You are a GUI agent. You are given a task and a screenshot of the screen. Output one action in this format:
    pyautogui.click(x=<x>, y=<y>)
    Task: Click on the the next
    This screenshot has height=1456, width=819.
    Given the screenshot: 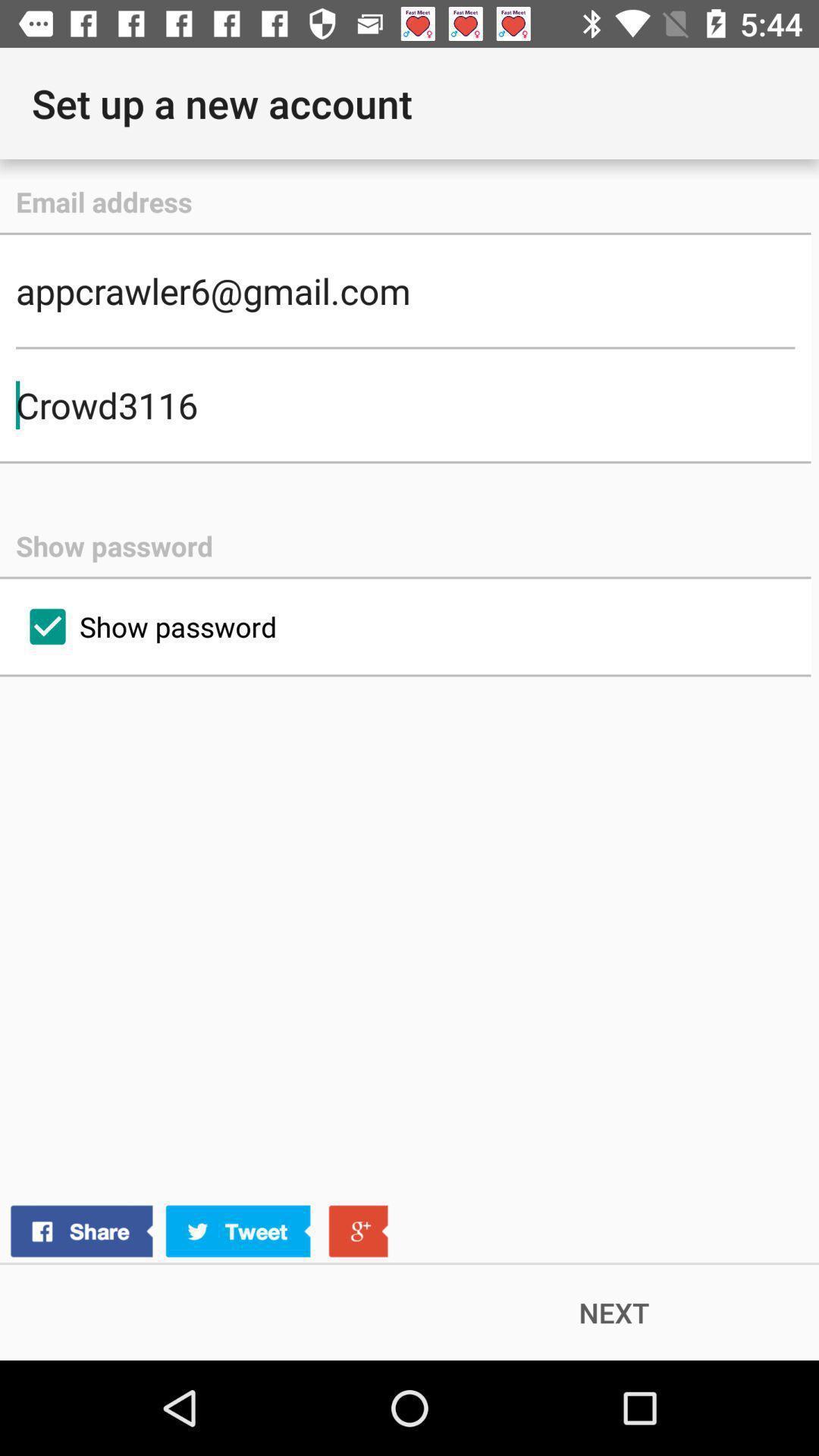 What is the action you would take?
    pyautogui.click(x=614, y=1312)
    